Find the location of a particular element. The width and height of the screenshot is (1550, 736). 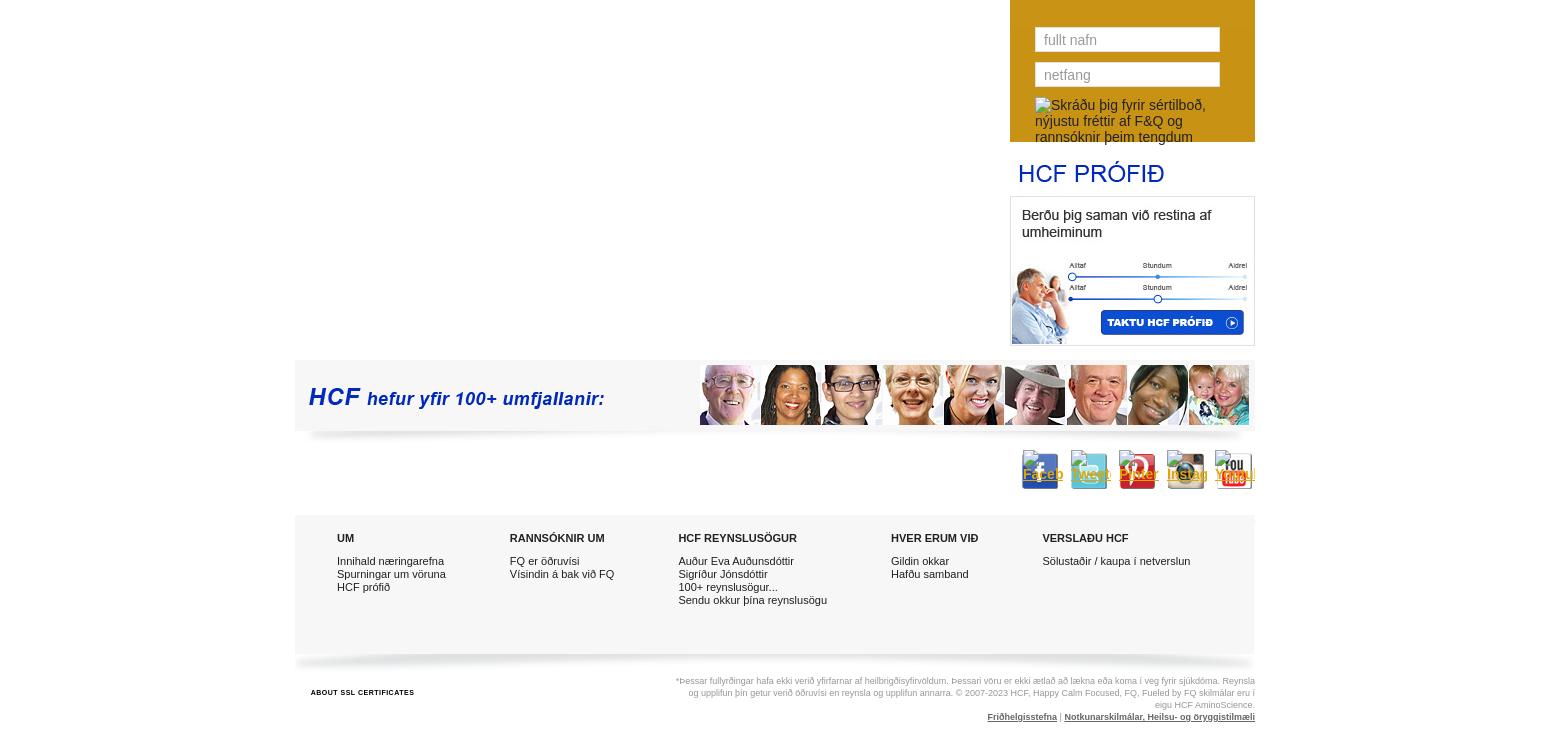

'UM' is located at coordinates (344, 538).